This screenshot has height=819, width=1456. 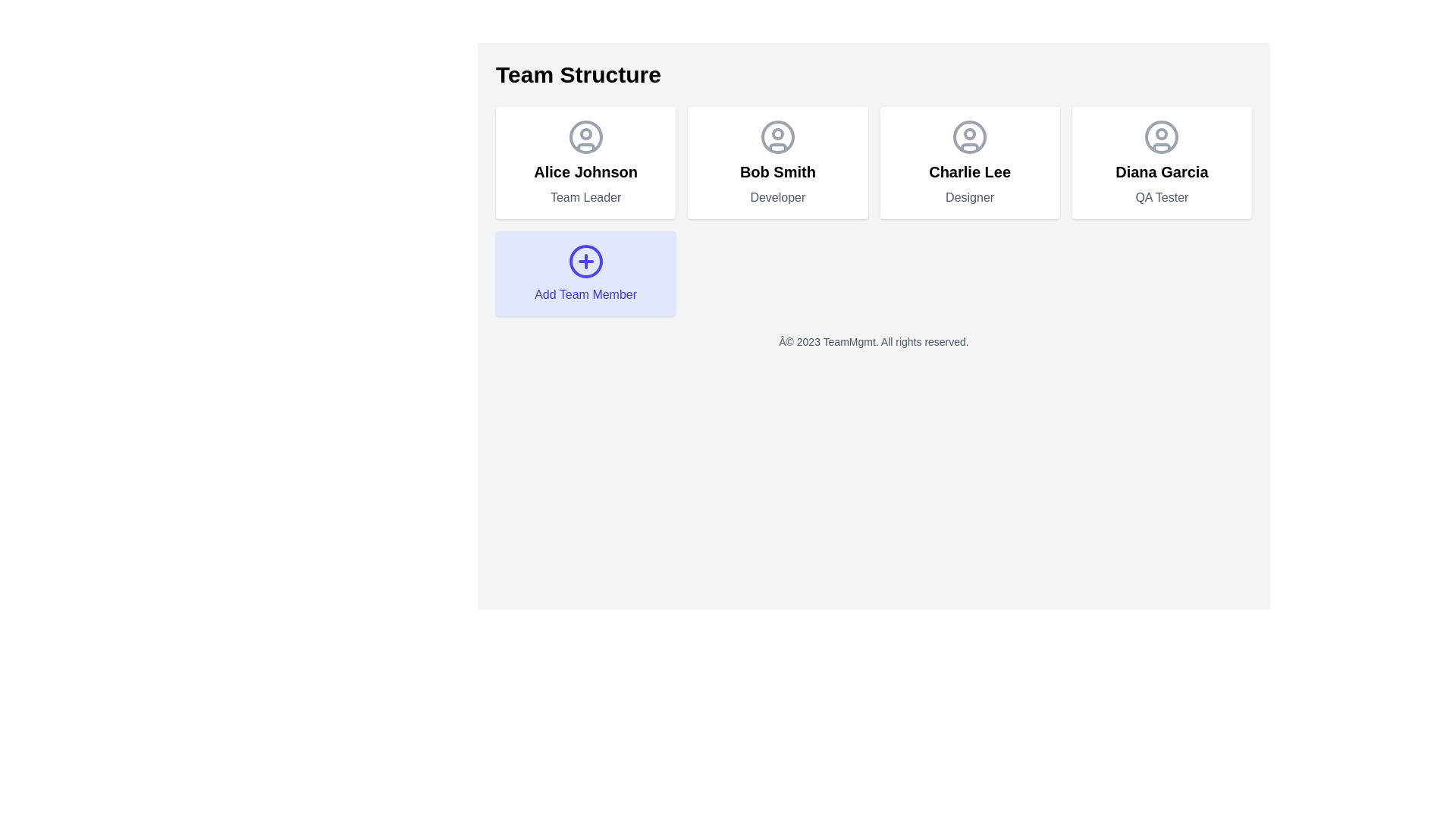 What do you see at coordinates (1161, 137) in the screenshot?
I see `the circular profile picture icon with a gray outline located at the top central part of the 'Diana Garcia' card` at bounding box center [1161, 137].